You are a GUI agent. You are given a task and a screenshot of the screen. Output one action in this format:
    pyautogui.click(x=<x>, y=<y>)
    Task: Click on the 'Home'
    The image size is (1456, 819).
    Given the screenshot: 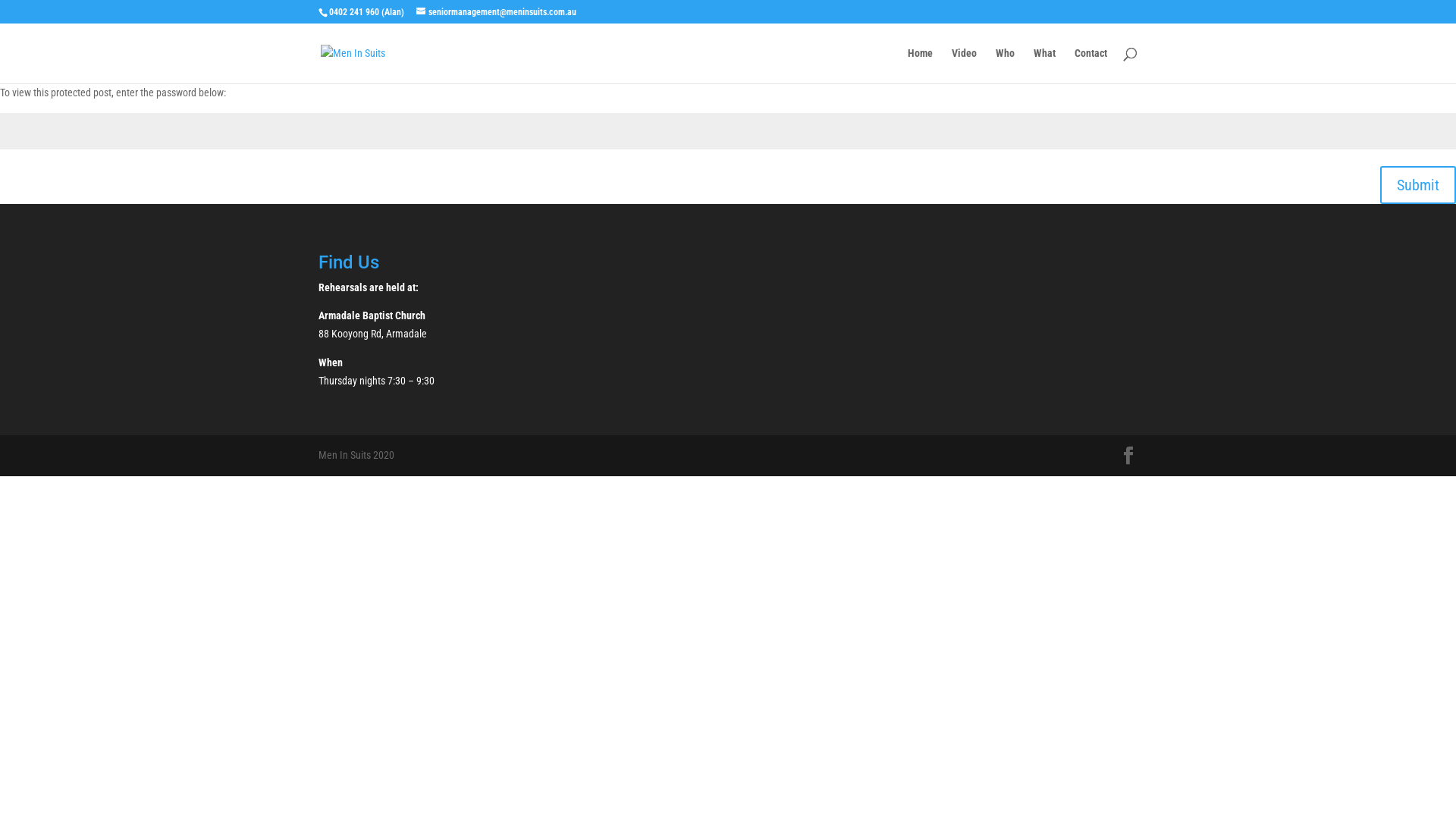 What is the action you would take?
    pyautogui.click(x=919, y=64)
    